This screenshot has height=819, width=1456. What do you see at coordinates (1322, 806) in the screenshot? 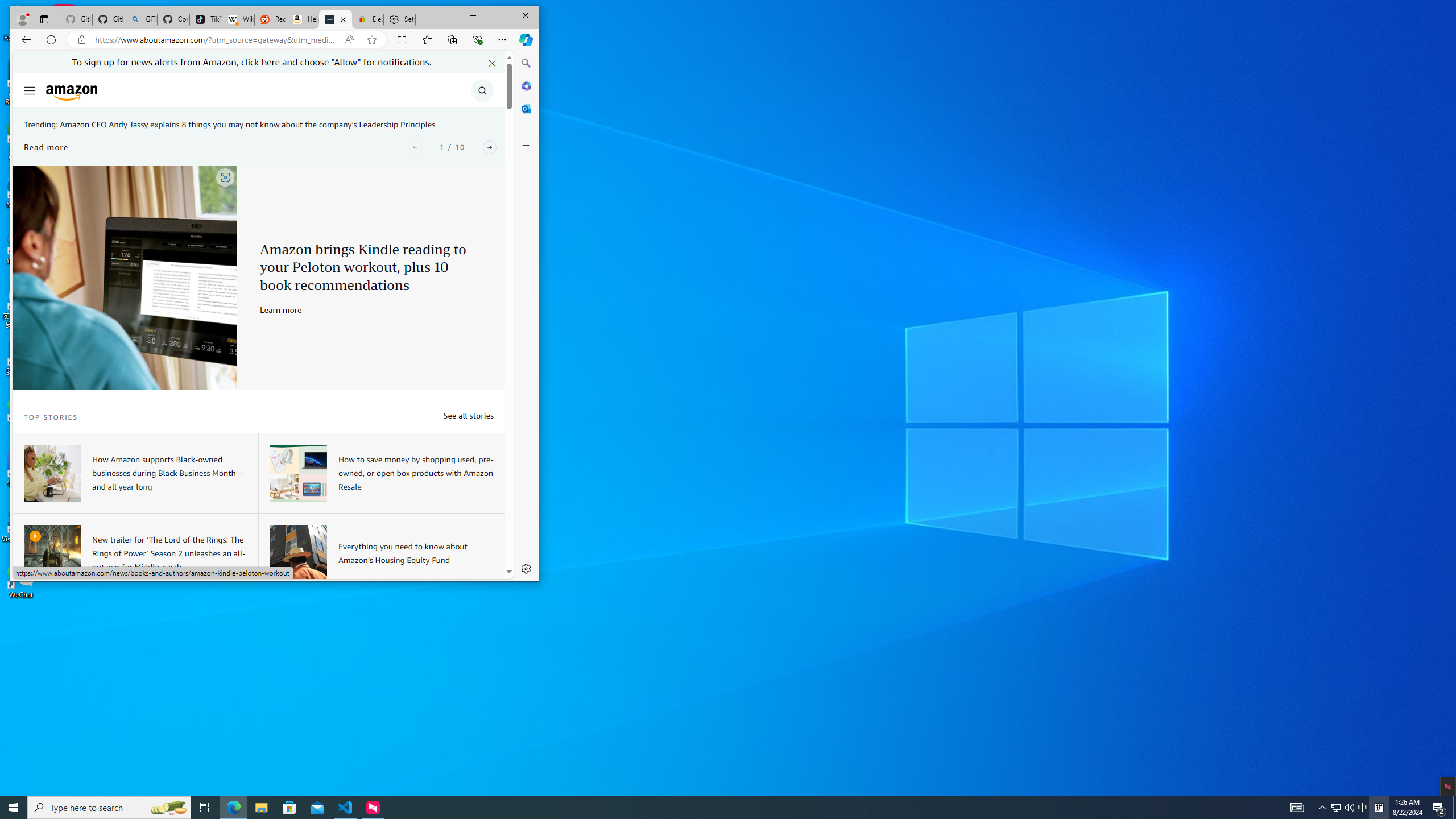
I see `'Notification Chevron'` at bounding box center [1322, 806].